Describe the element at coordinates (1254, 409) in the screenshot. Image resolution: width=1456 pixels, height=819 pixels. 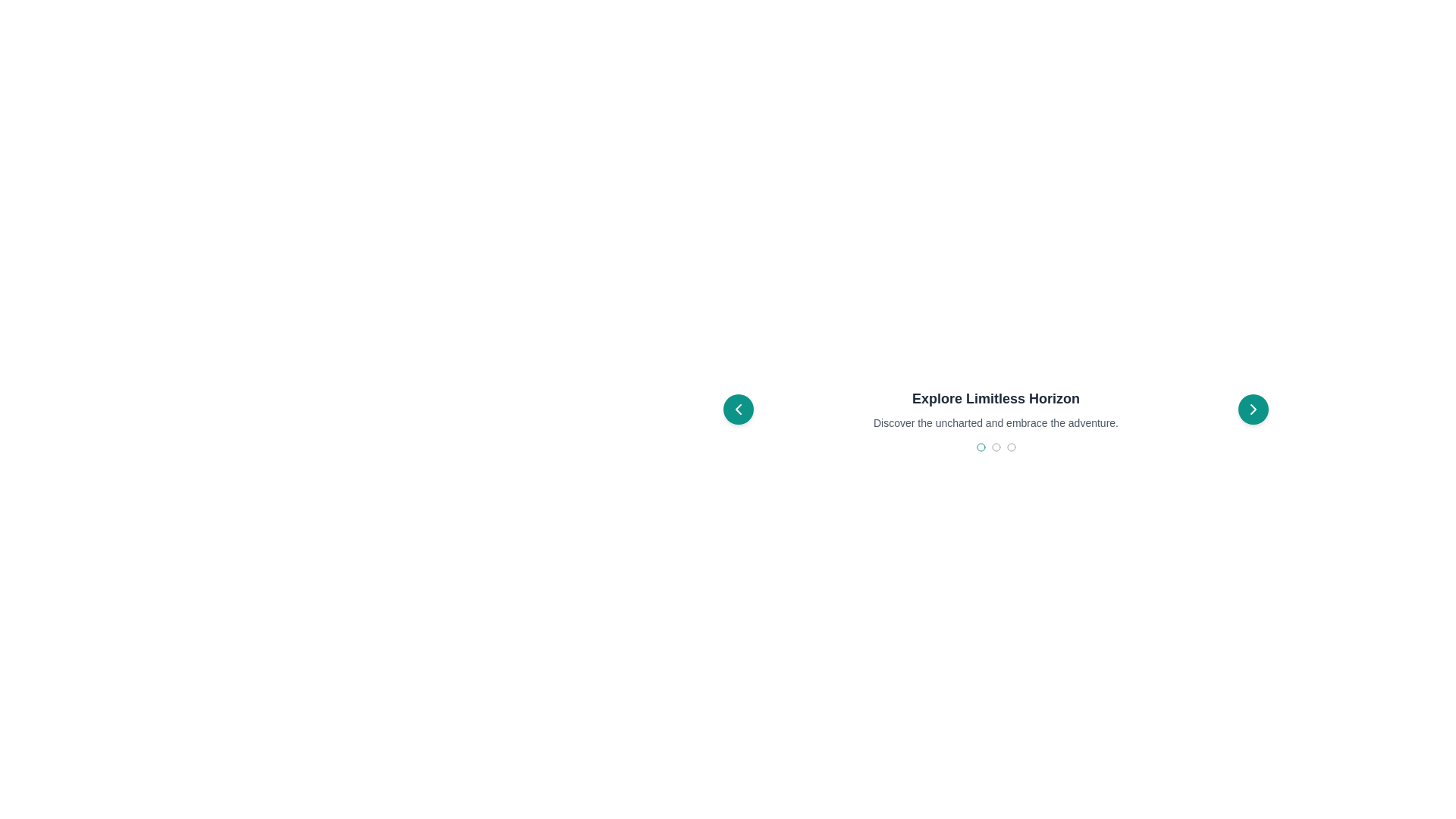
I see `the chevron-shaped icon styled as a right arrow, which is enclosed within a teal circular button` at that location.